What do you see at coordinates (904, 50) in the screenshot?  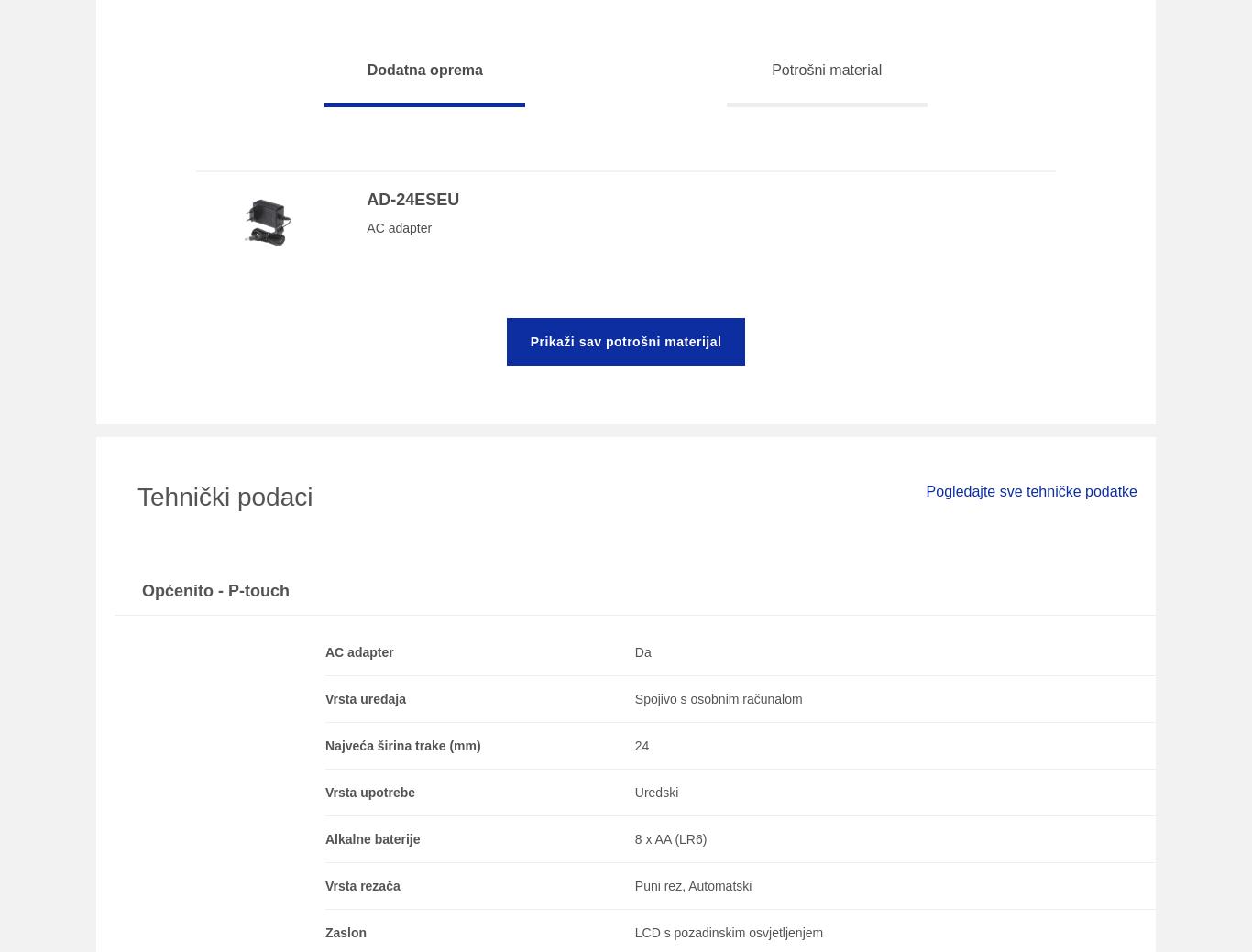 I see `'Pogledajte upute'` at bounding box center [904, 50].